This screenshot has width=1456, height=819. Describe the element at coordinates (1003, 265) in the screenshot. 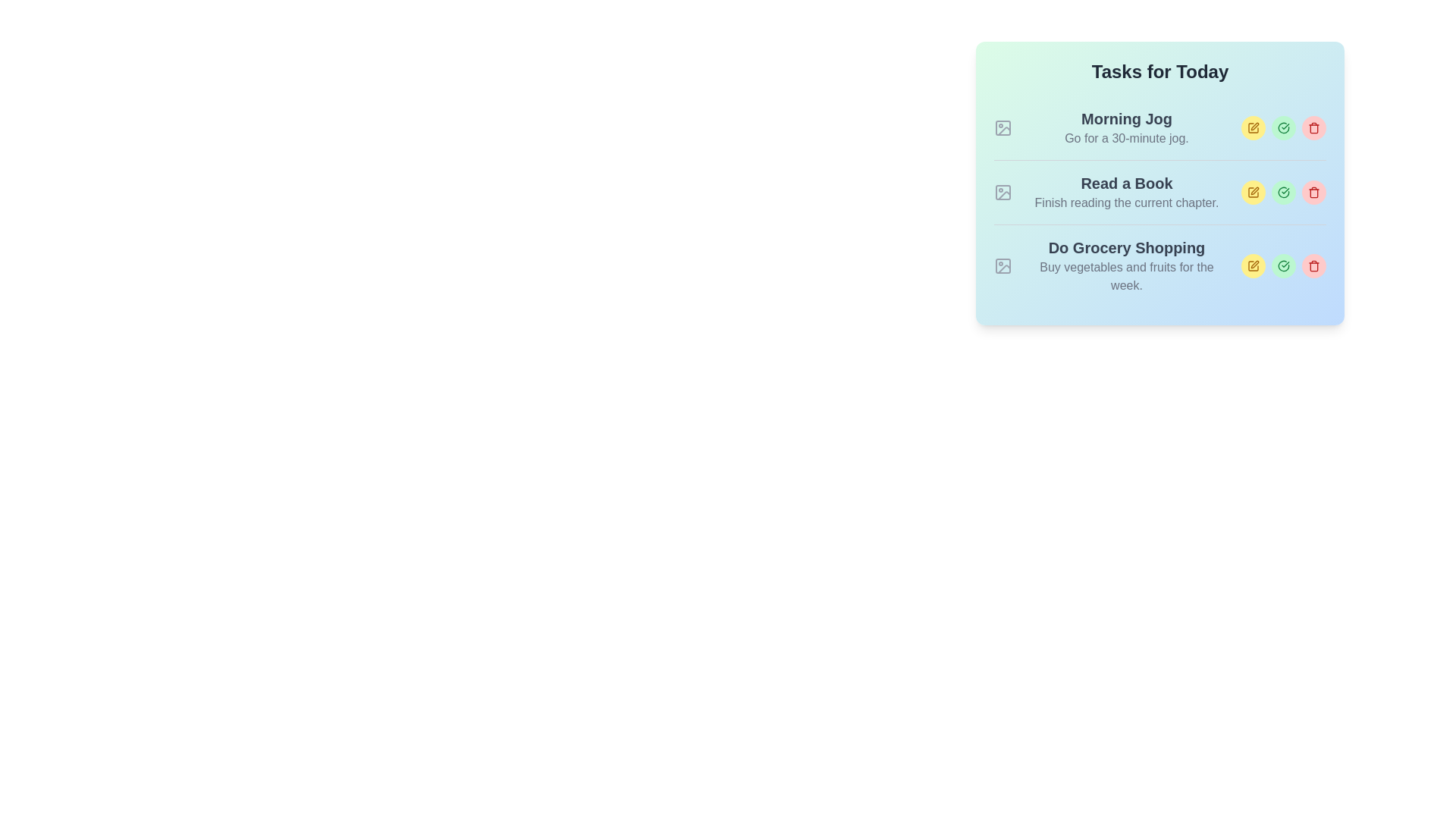

I see `the small gray icon resembling an image placeholder, located to the left of the text 'Do Grocery Shopping'` at that location.